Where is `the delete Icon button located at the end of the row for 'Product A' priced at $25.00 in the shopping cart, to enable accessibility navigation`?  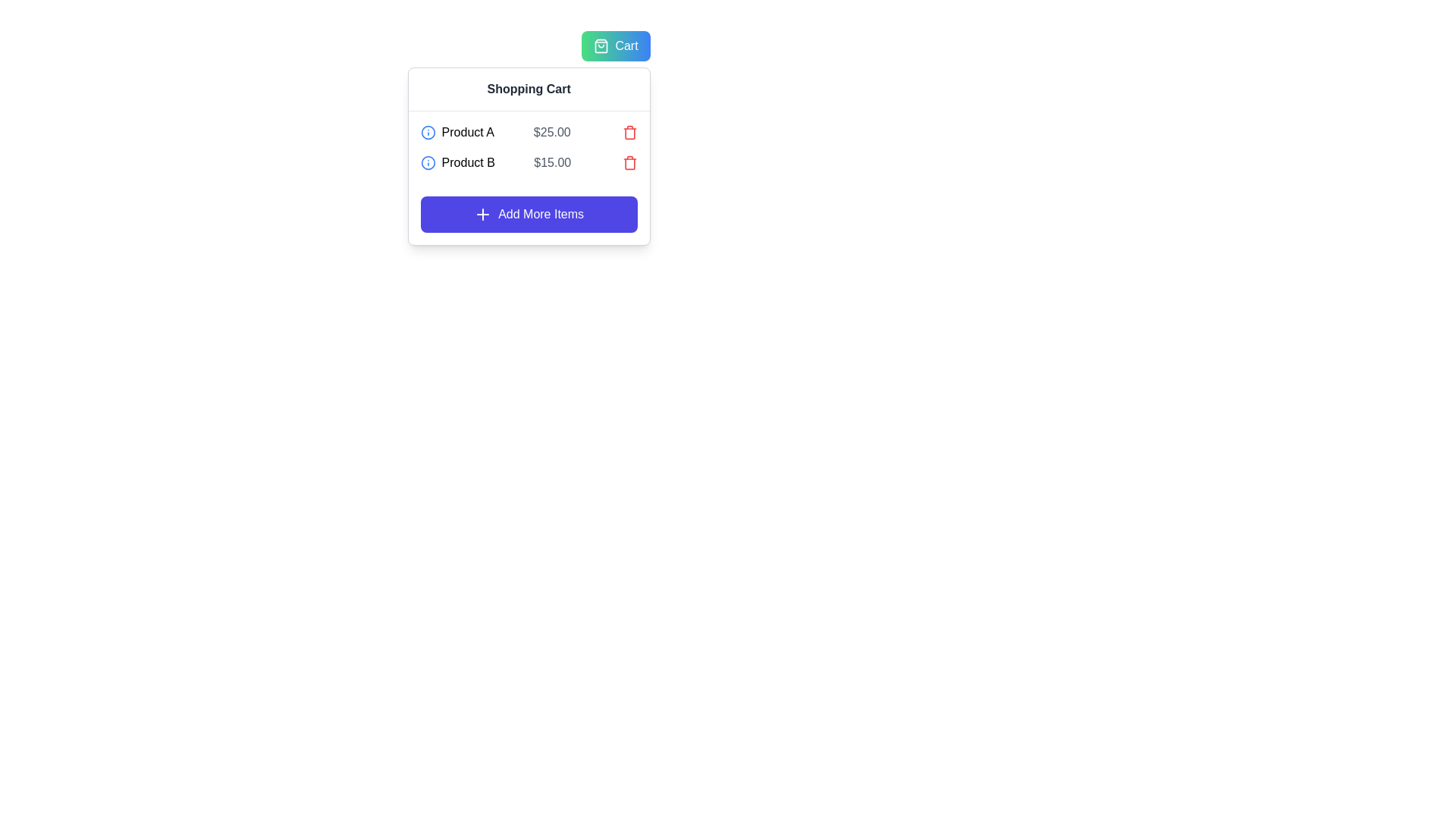 the delete Icon button located at the end of the row for 'Product A' priced at $25.00 in the shopping cart, to enable accessibility navigation is located at coordinates (629, 131).